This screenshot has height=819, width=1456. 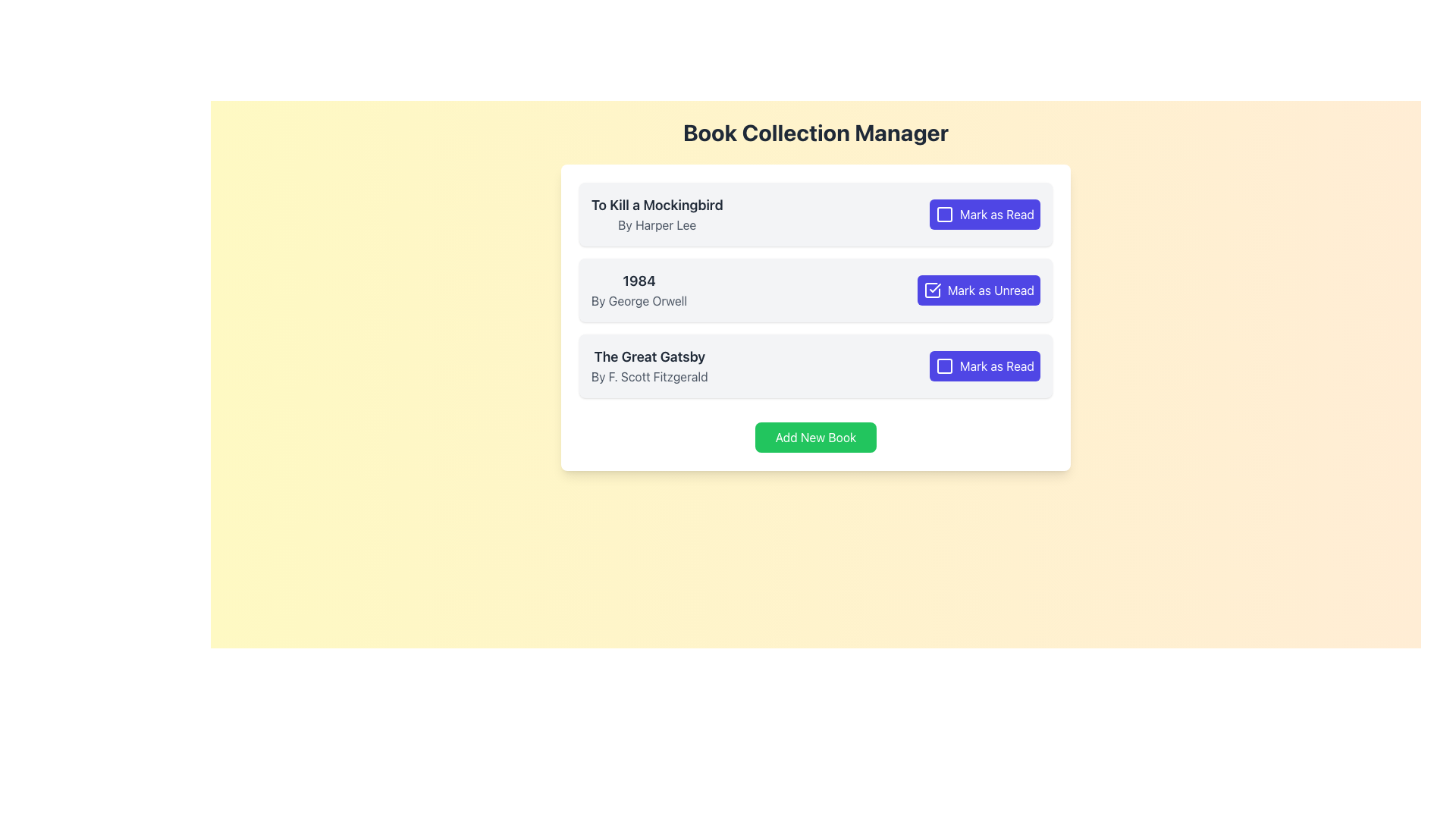 What do you see at coordinates (639, 301) in the screenshot?
I see `the static text label indicating the author of the book '1984', located below the book title in the central section of the interface` at bounding box center [639, 301].